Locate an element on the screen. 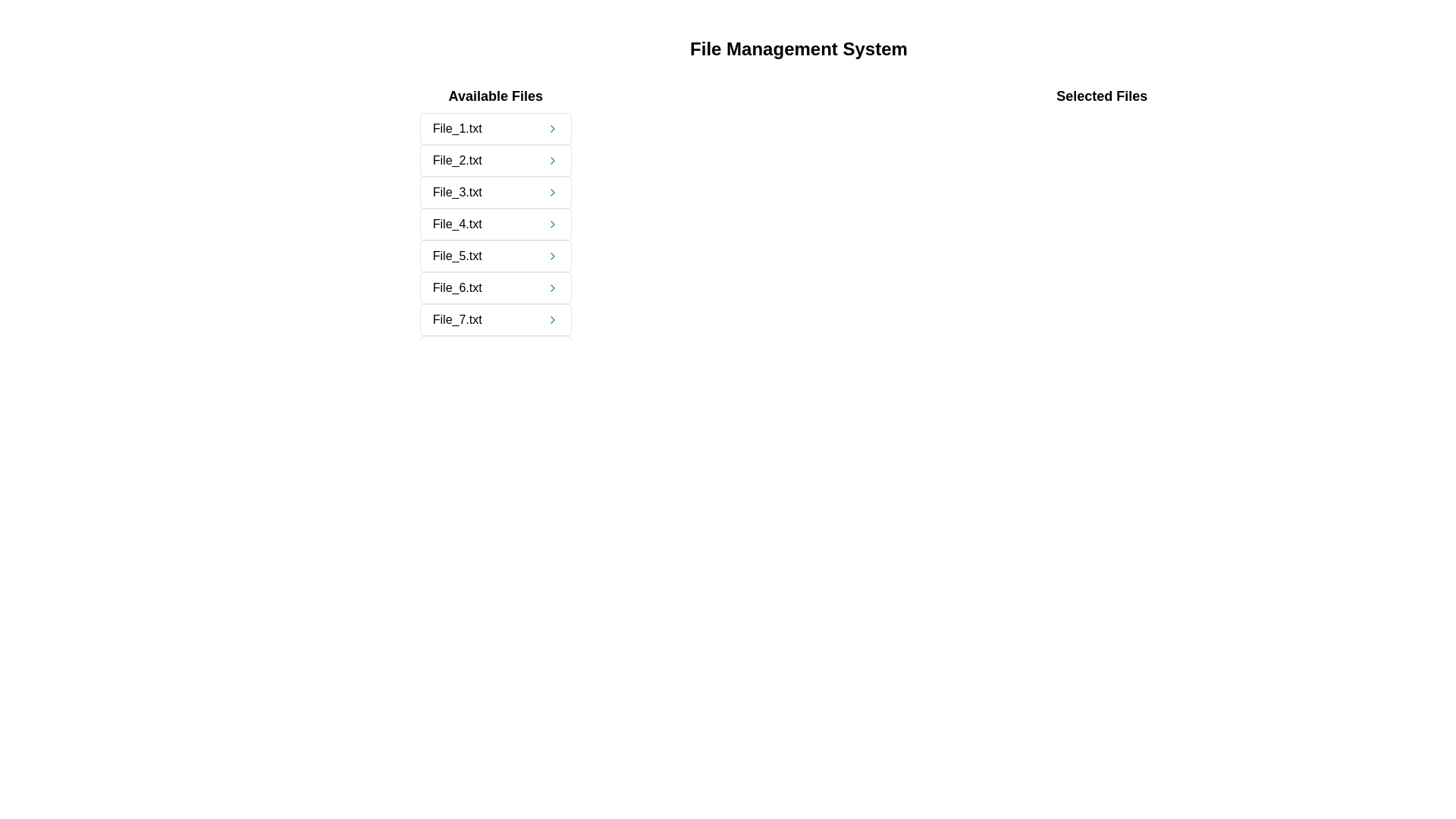 The height and width of the screenshot is (819, 1456). the green right-pointing chevron icon button located to the right of 'File_1.txt' in the 'Available Files' list to observe any hover effect is located at coordinates (551, 127).